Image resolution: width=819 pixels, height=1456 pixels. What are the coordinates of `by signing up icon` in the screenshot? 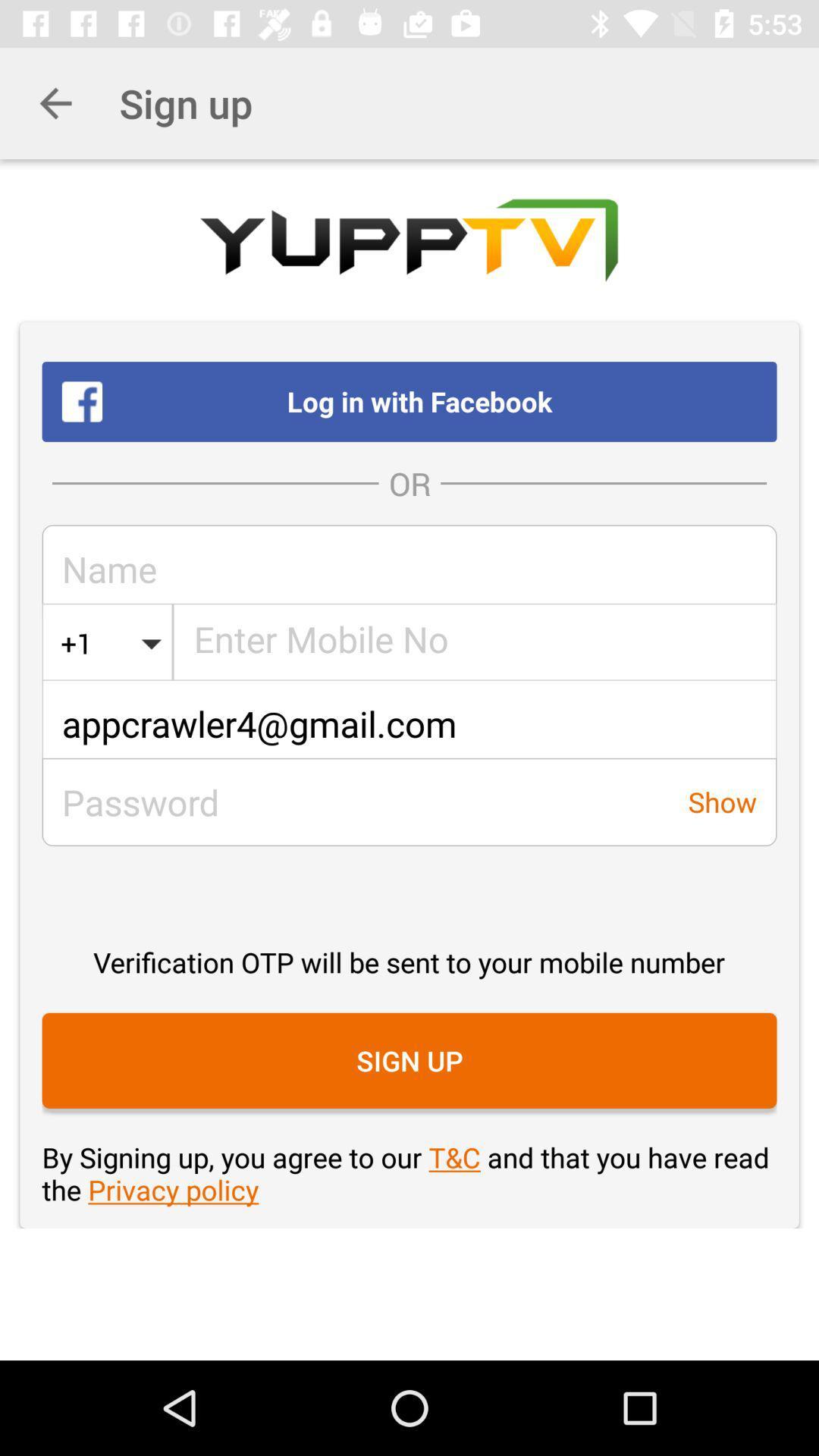 It's located at (409, 1172).